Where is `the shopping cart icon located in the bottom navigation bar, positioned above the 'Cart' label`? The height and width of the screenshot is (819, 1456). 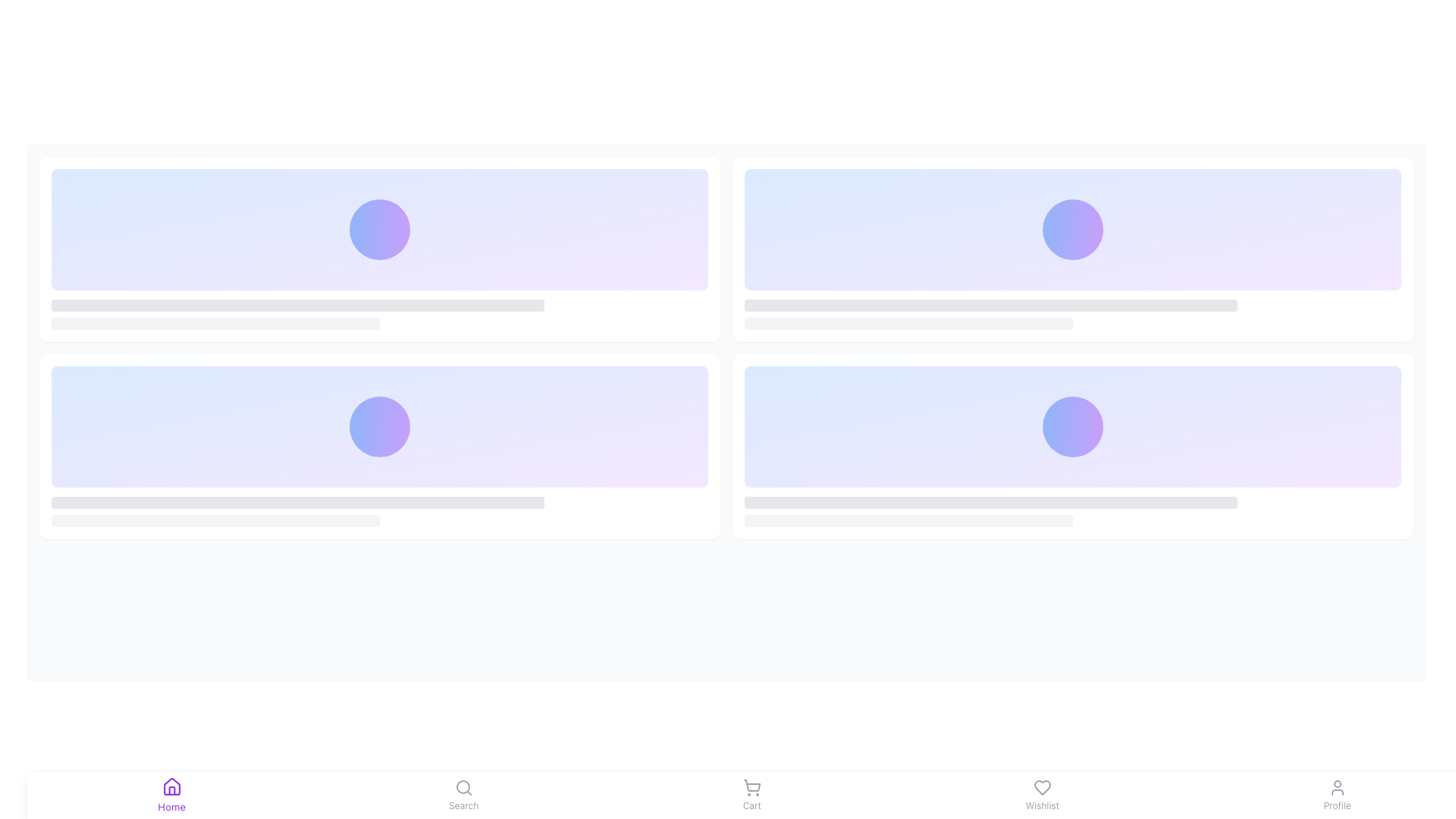 the shopping cart icon located in the bottom navigation bar, positioned above the 'Cart' label is located at coordinates (752, 786).